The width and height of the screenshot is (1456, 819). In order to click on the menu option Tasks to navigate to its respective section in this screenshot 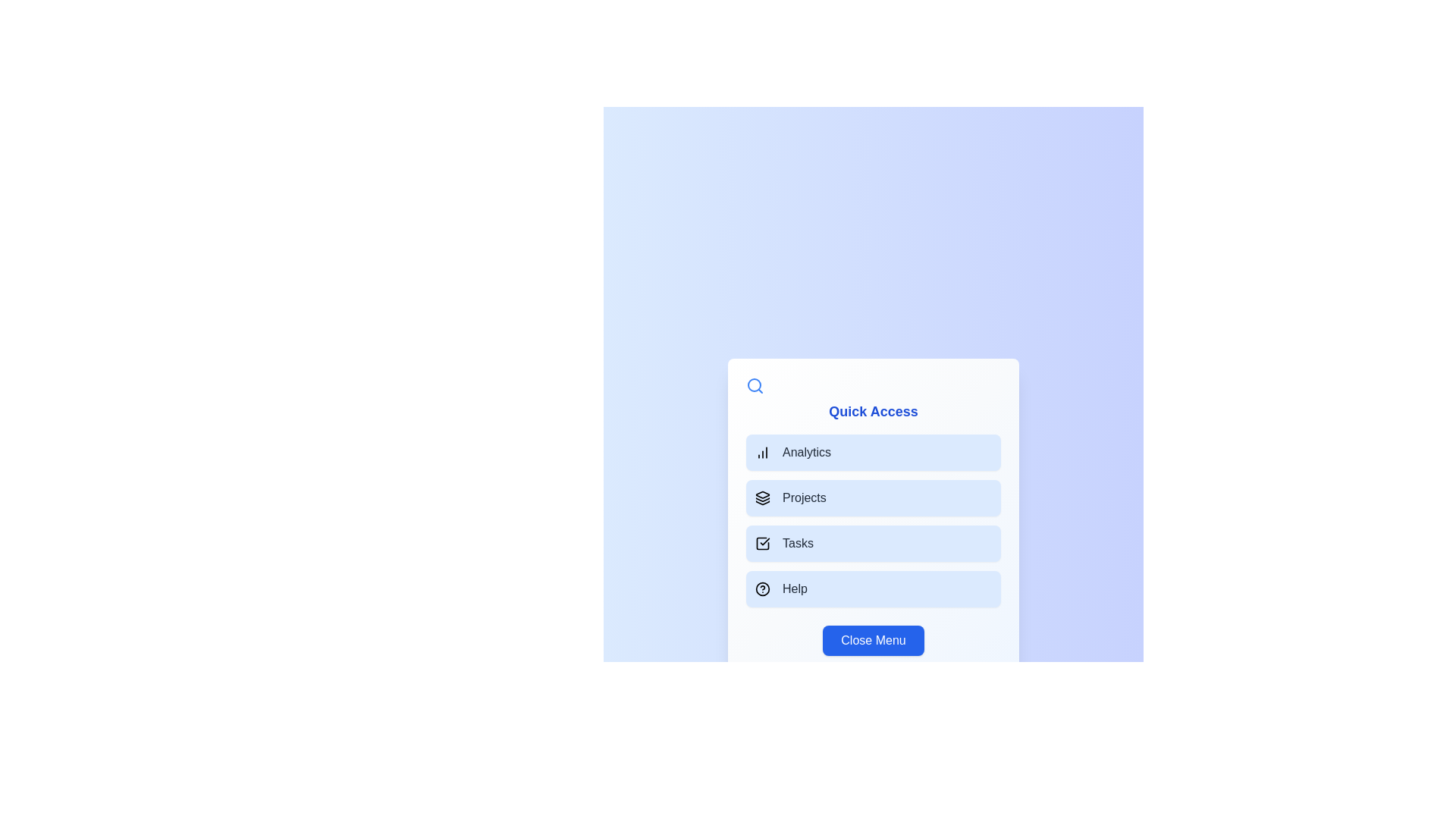, I will do `click(874, 543)`.